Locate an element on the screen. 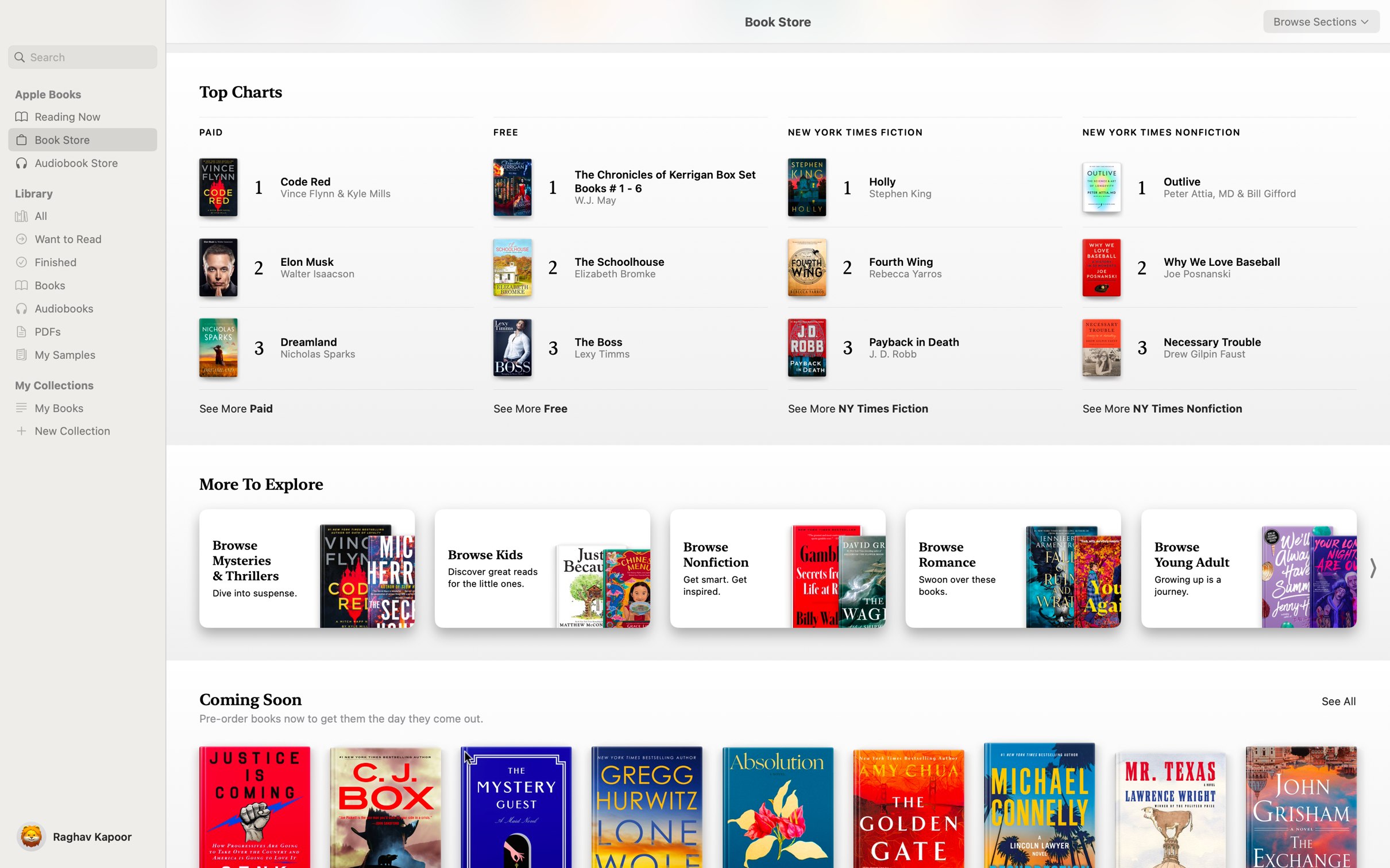  "Elon Musk" on Paid Top Charts is located at coordinates (325, 269).